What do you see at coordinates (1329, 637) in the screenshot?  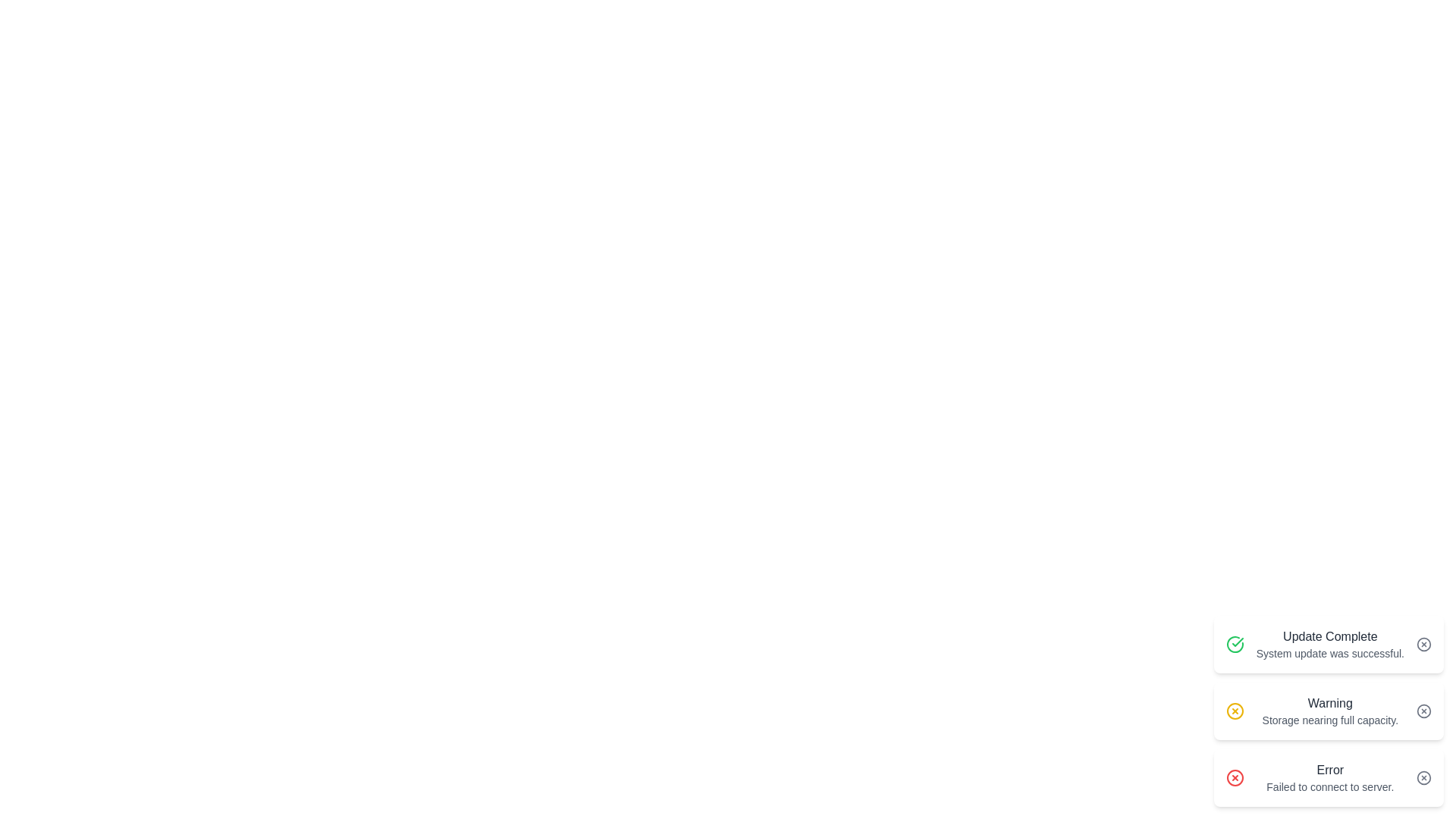 I see `the 'Update Complete' text label element` at bounding box center [1329, 637].